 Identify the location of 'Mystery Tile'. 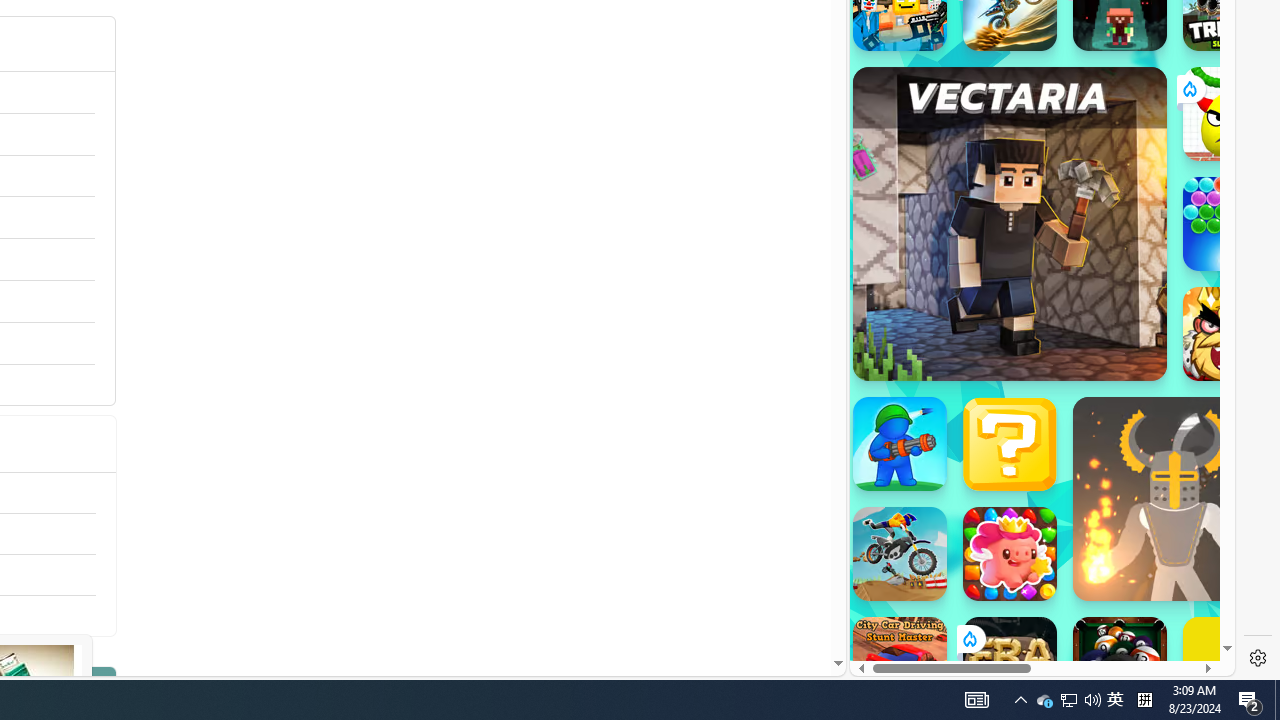
(1009, 442).